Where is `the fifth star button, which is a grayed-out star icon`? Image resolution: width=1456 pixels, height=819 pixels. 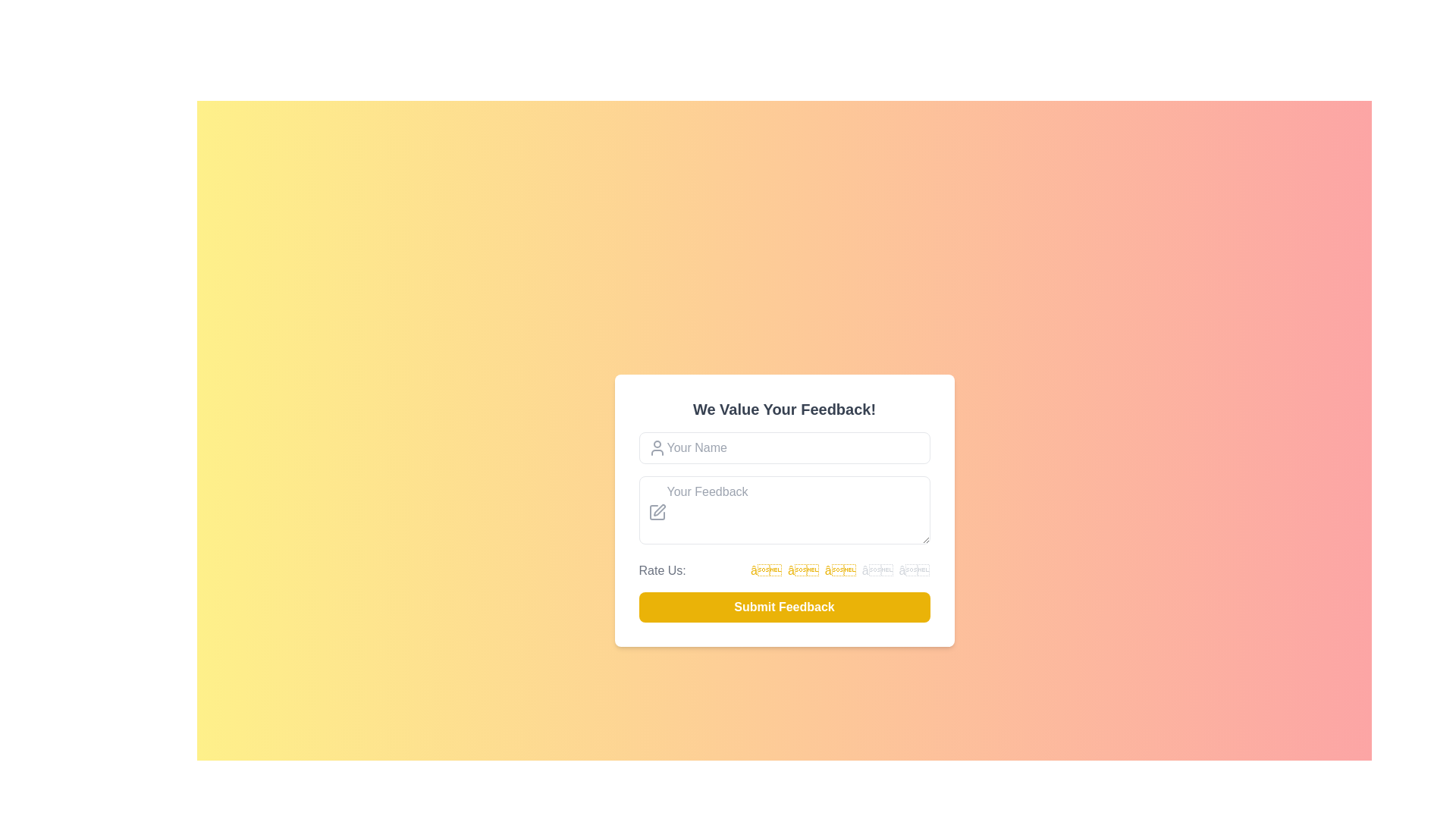
the fifth star button, which is a grayed-out star icon is located at coordinates (914, 570).